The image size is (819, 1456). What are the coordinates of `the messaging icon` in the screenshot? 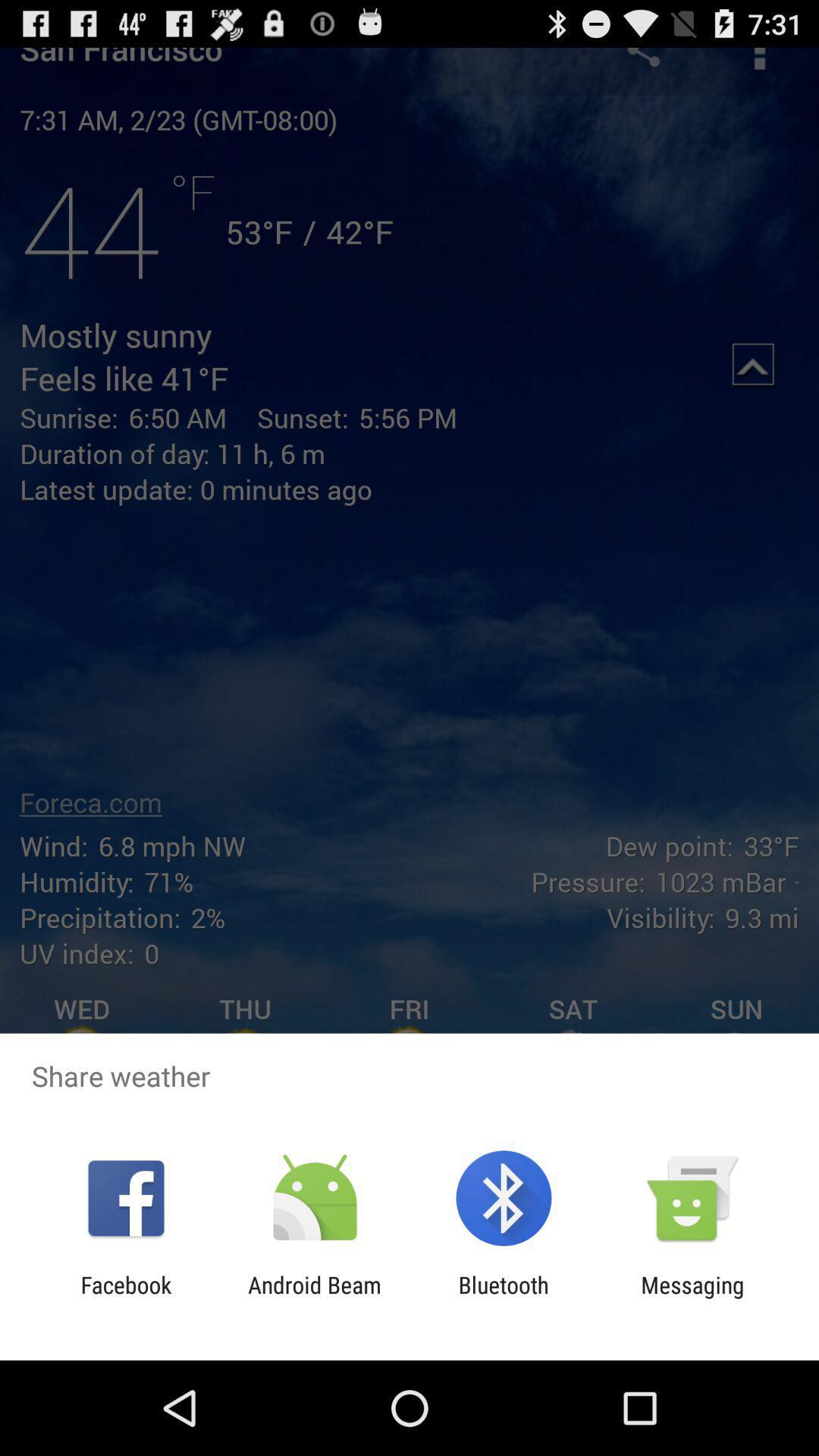 It's located at (692, 1298).